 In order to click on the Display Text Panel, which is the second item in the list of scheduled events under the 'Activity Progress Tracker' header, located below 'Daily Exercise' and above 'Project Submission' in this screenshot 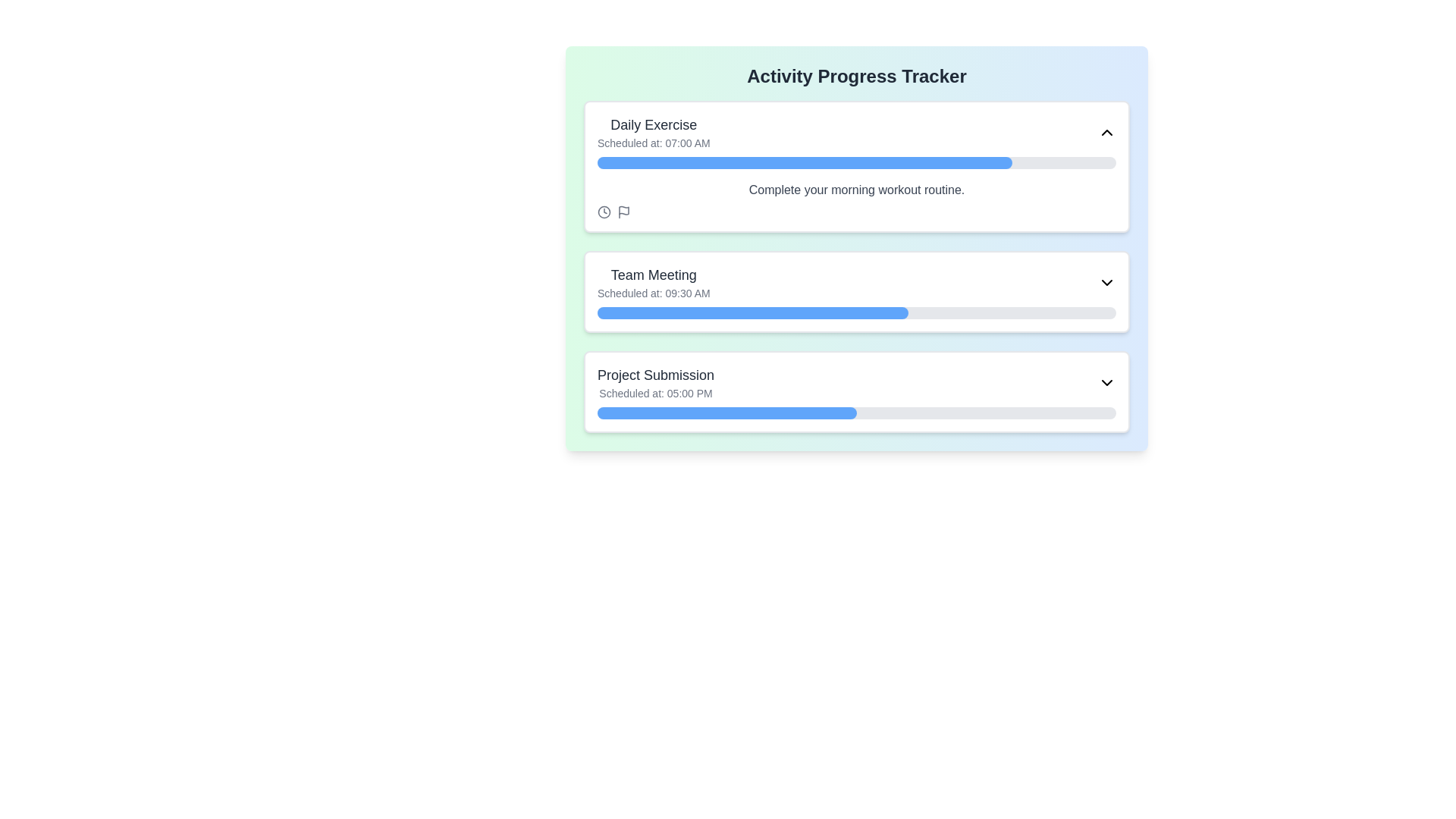, I will do `click(654, 283)`.